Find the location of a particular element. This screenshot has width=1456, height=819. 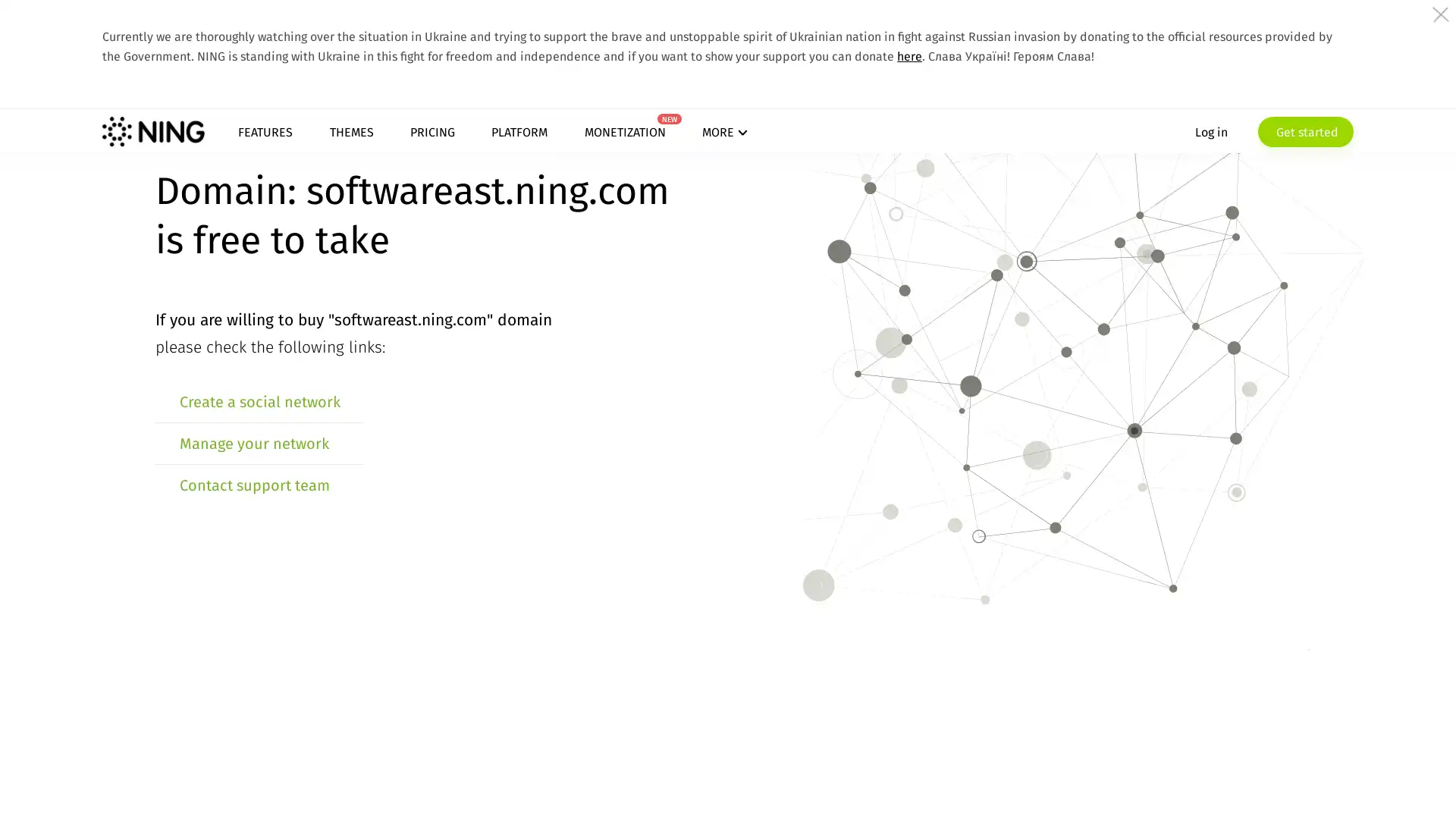

Log in is located at coordinates (1070, 155).